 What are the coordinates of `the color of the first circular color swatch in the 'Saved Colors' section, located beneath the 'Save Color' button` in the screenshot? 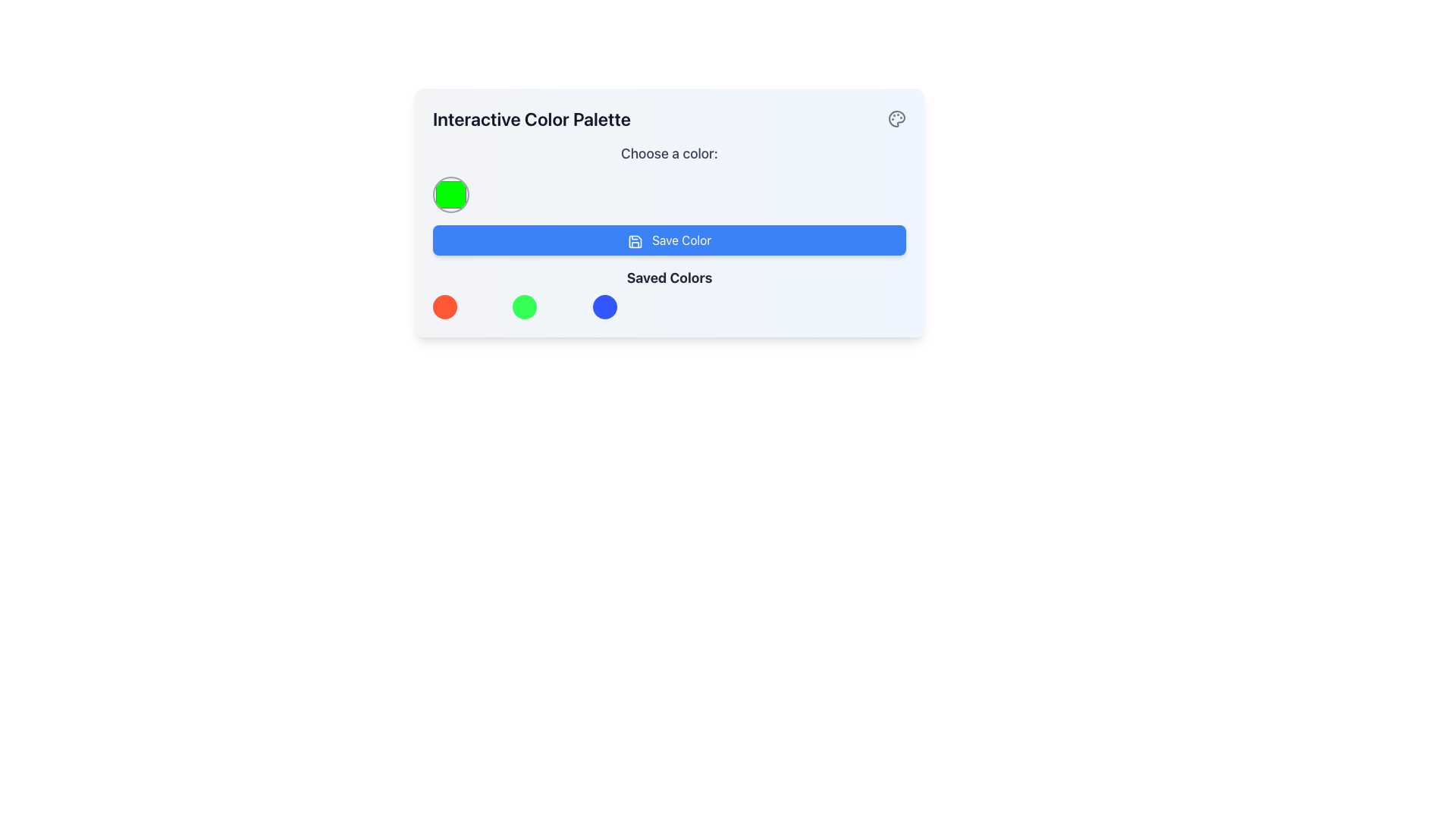 It's located at (444, 307).